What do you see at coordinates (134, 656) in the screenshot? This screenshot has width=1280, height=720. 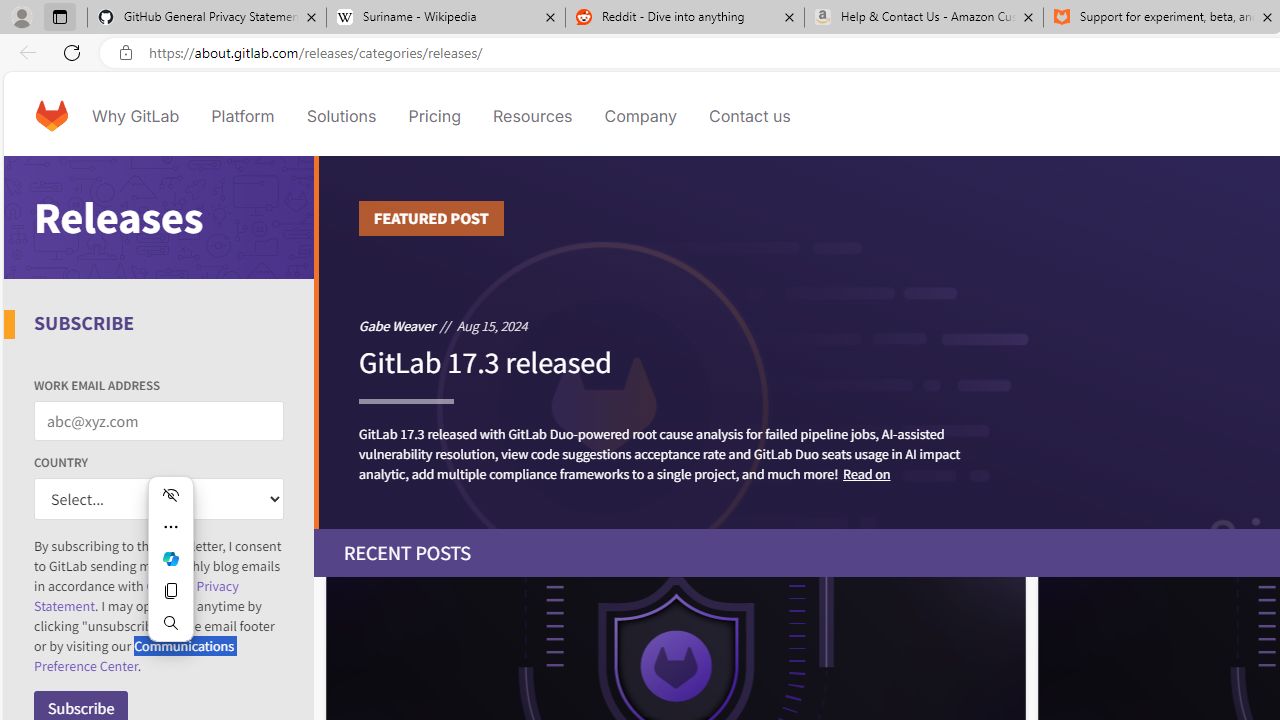 I see `'Communications Preference Center'` at bounding box center [134, 656].